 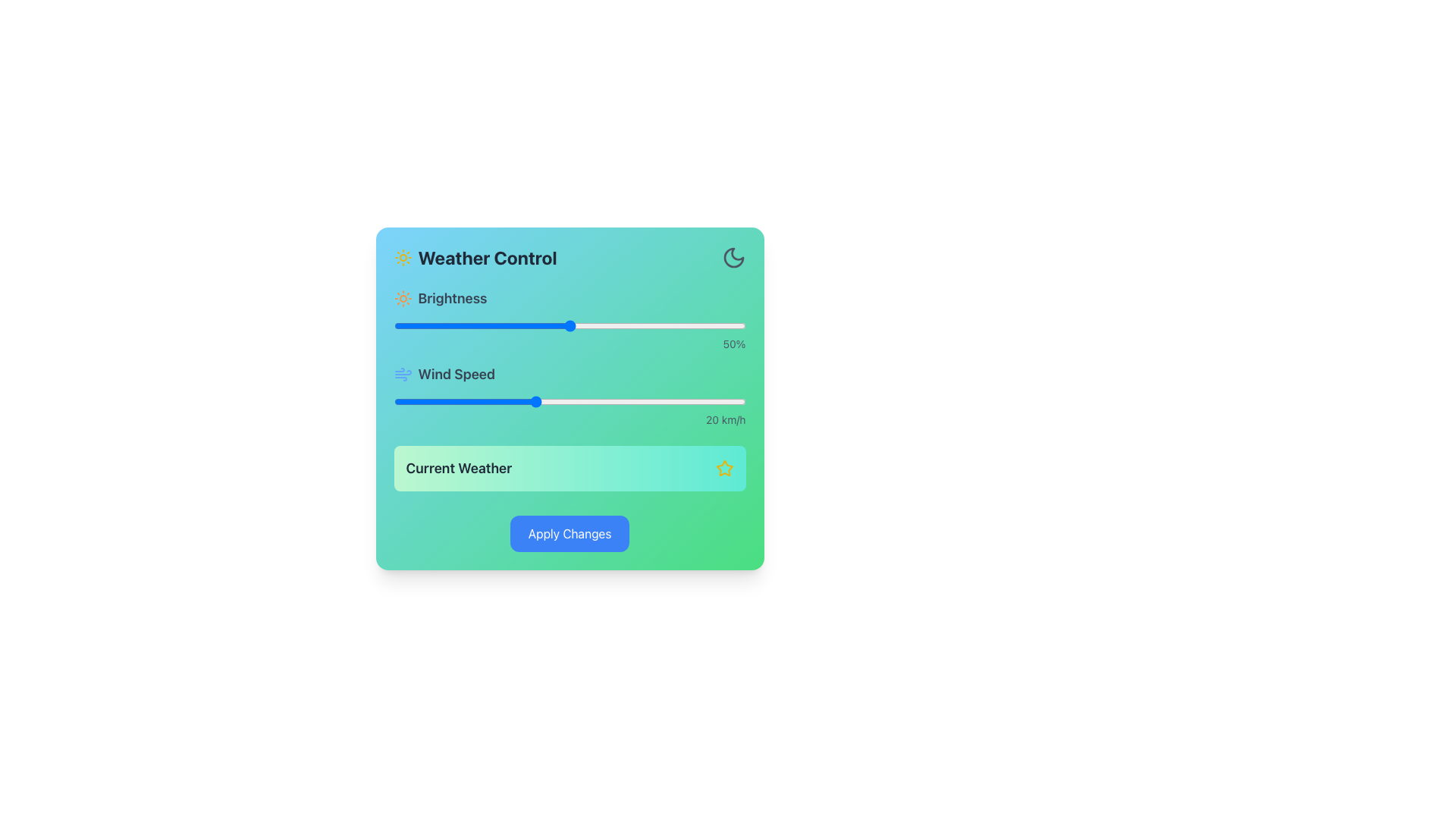 I want to click on brightness, so click(x=545, y=325).